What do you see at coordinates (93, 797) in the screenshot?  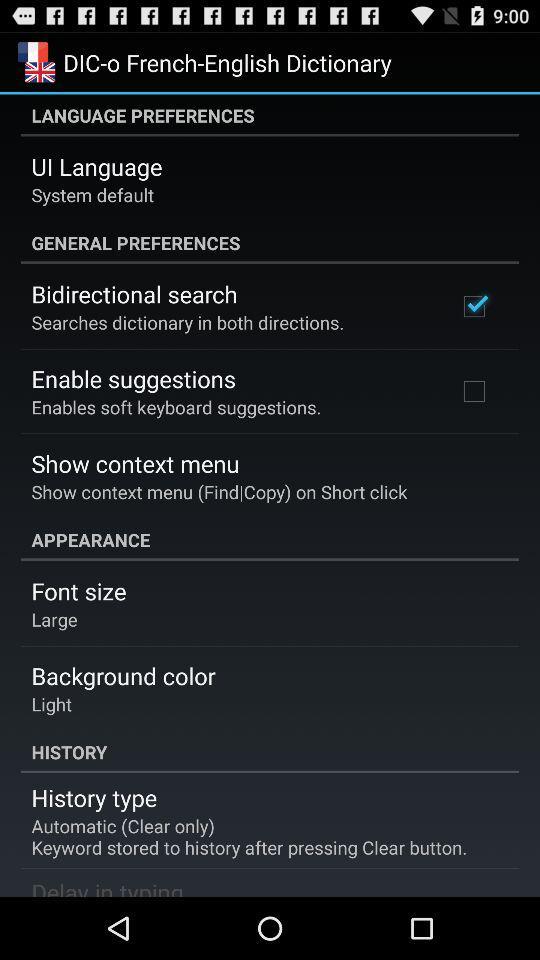 I see `the app below the history icon` at bounding box center [93, 797].